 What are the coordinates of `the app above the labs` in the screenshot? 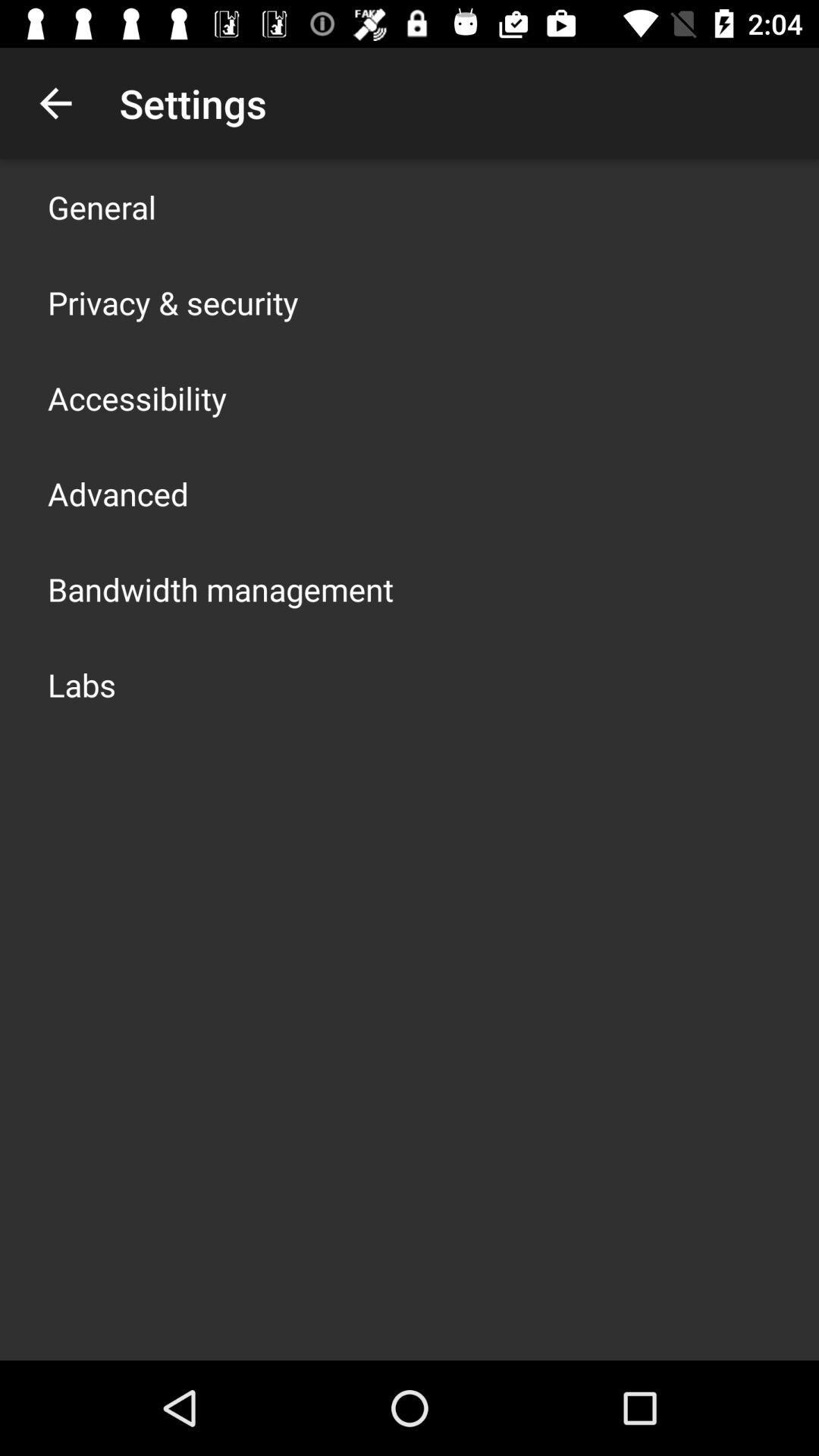 It's located at (220, 588).